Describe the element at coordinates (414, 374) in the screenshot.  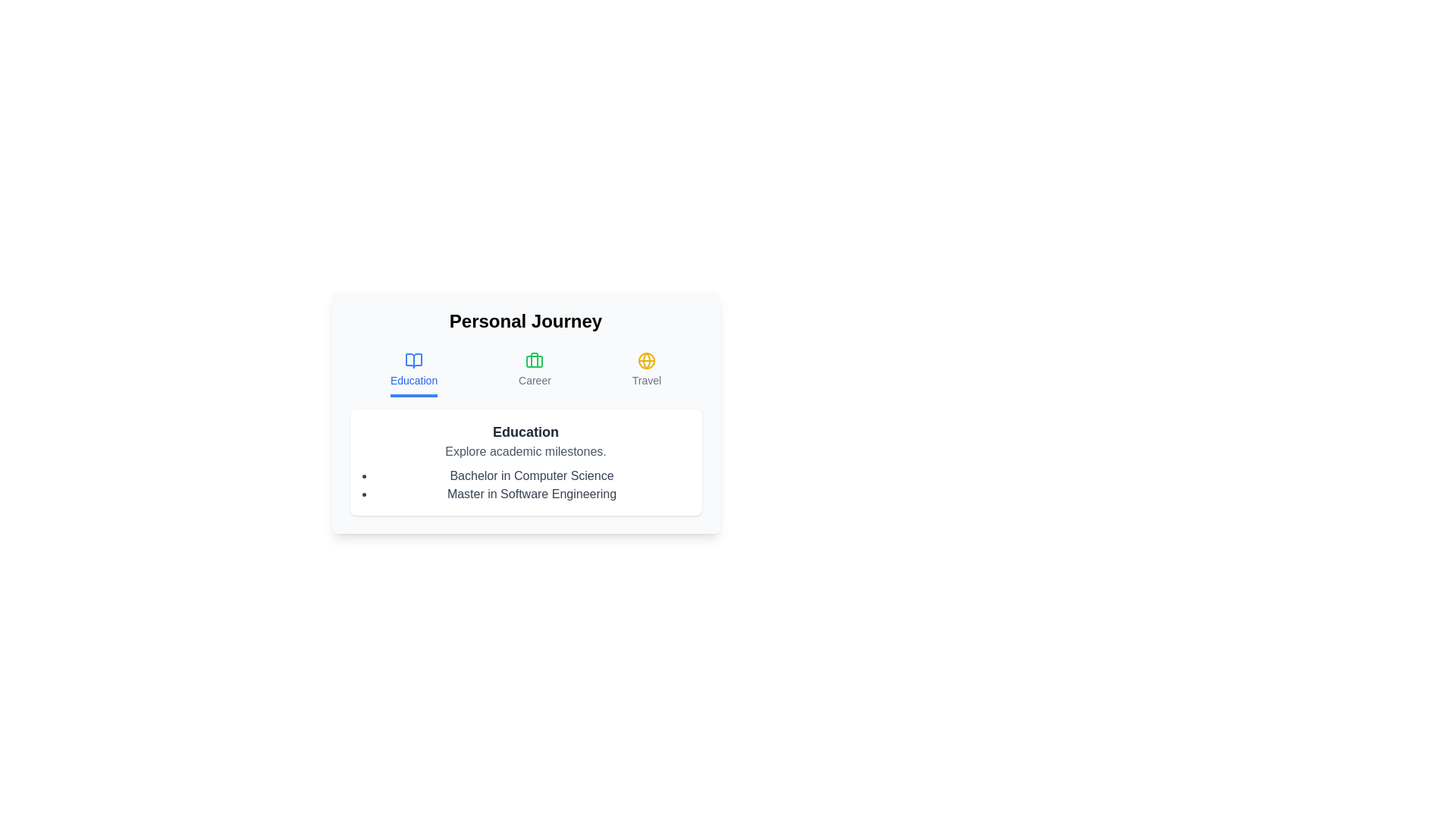
I see `the first button in the horizontal group of three that is labeled for 'Education'` at that location.